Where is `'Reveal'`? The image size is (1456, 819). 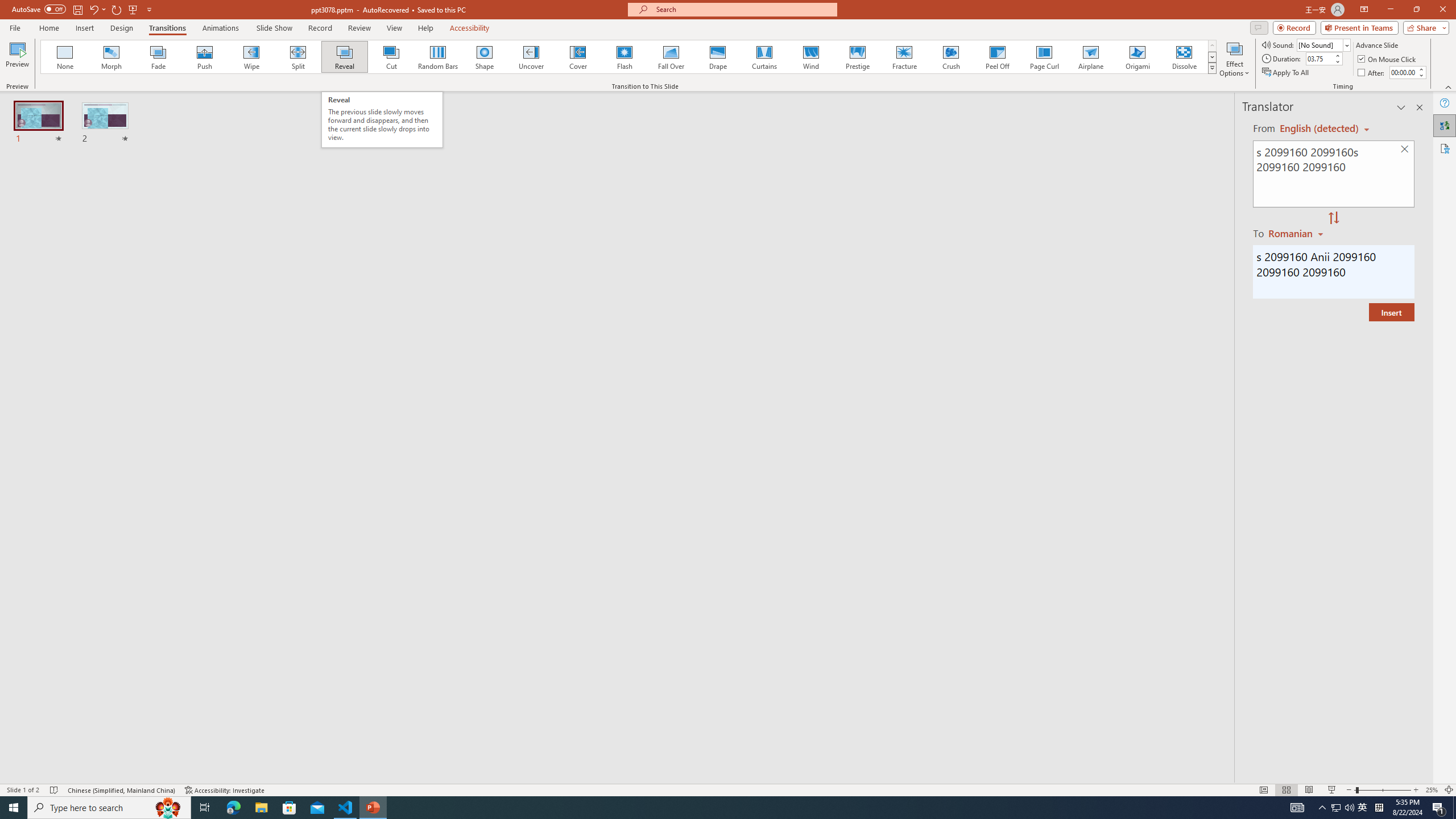
'Reveal' is located at coordinates (345, 56).